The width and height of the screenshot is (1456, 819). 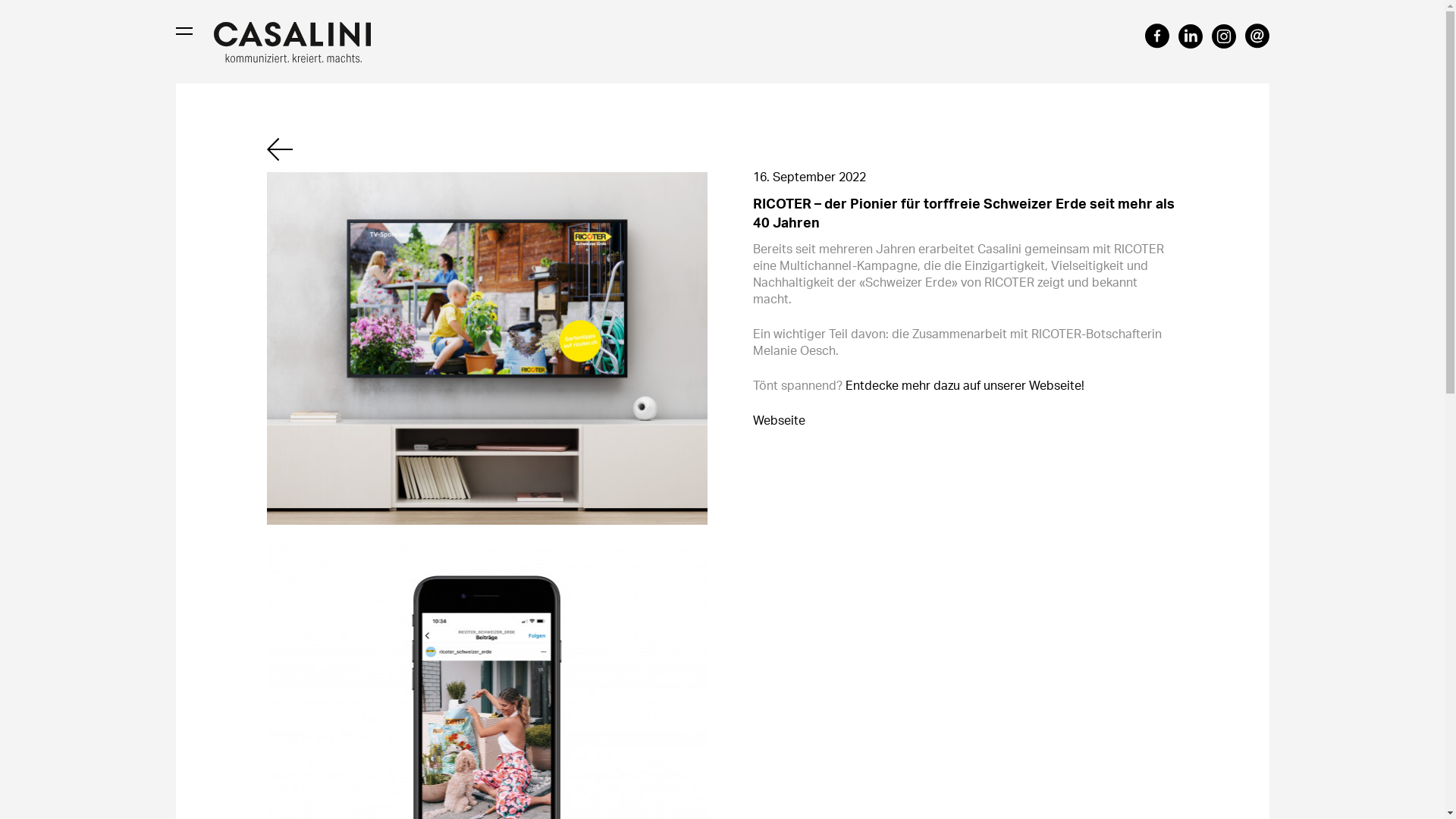 What do you see at coordinates (778, 420) in the screenshot?
I see `'Webseite'` at bounding box center [778, 420].